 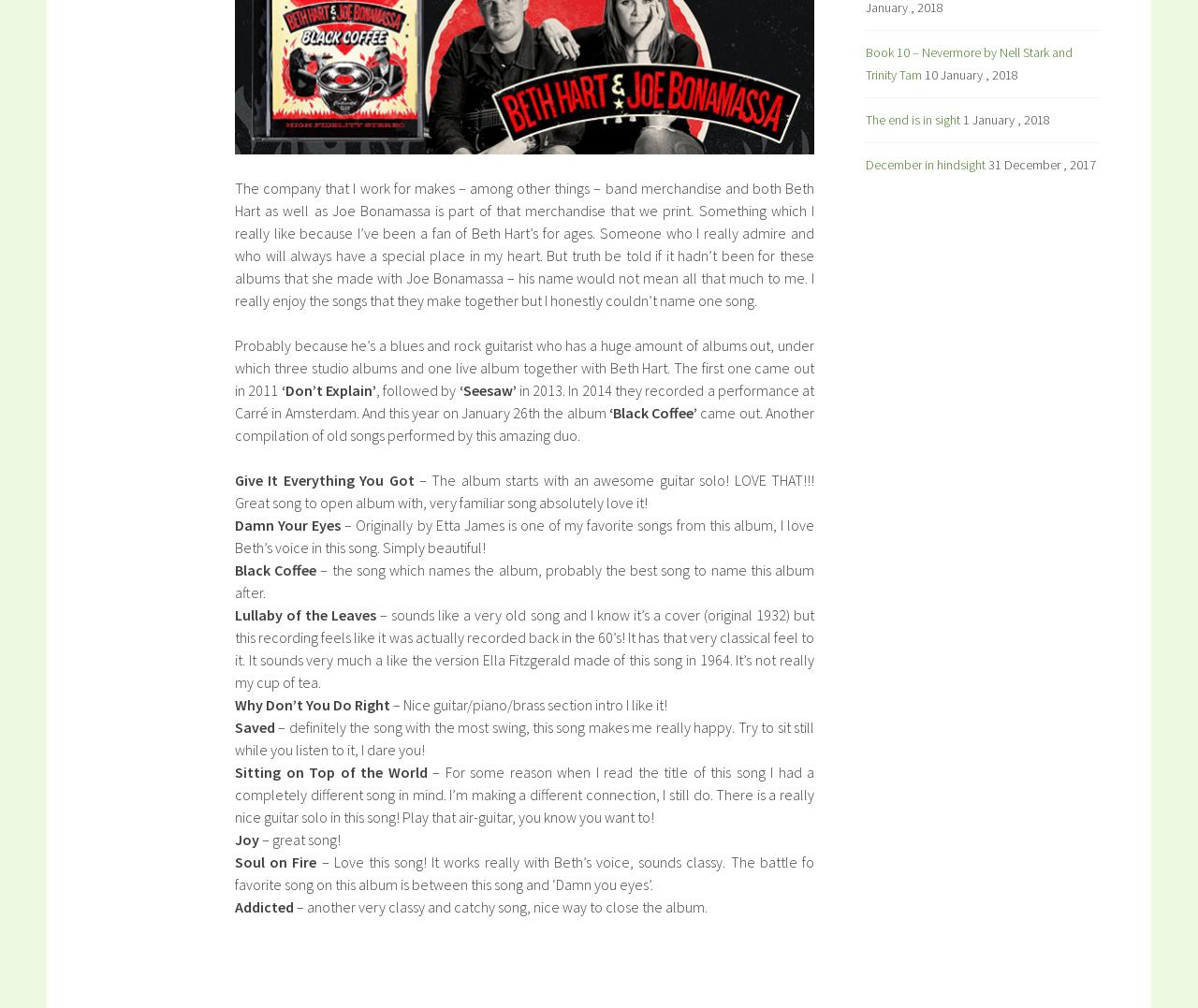 What do you see at coordinates (487, 389) in the screenshot?
I see `'‘Seesaw’'` at bounding box center [487, 389].